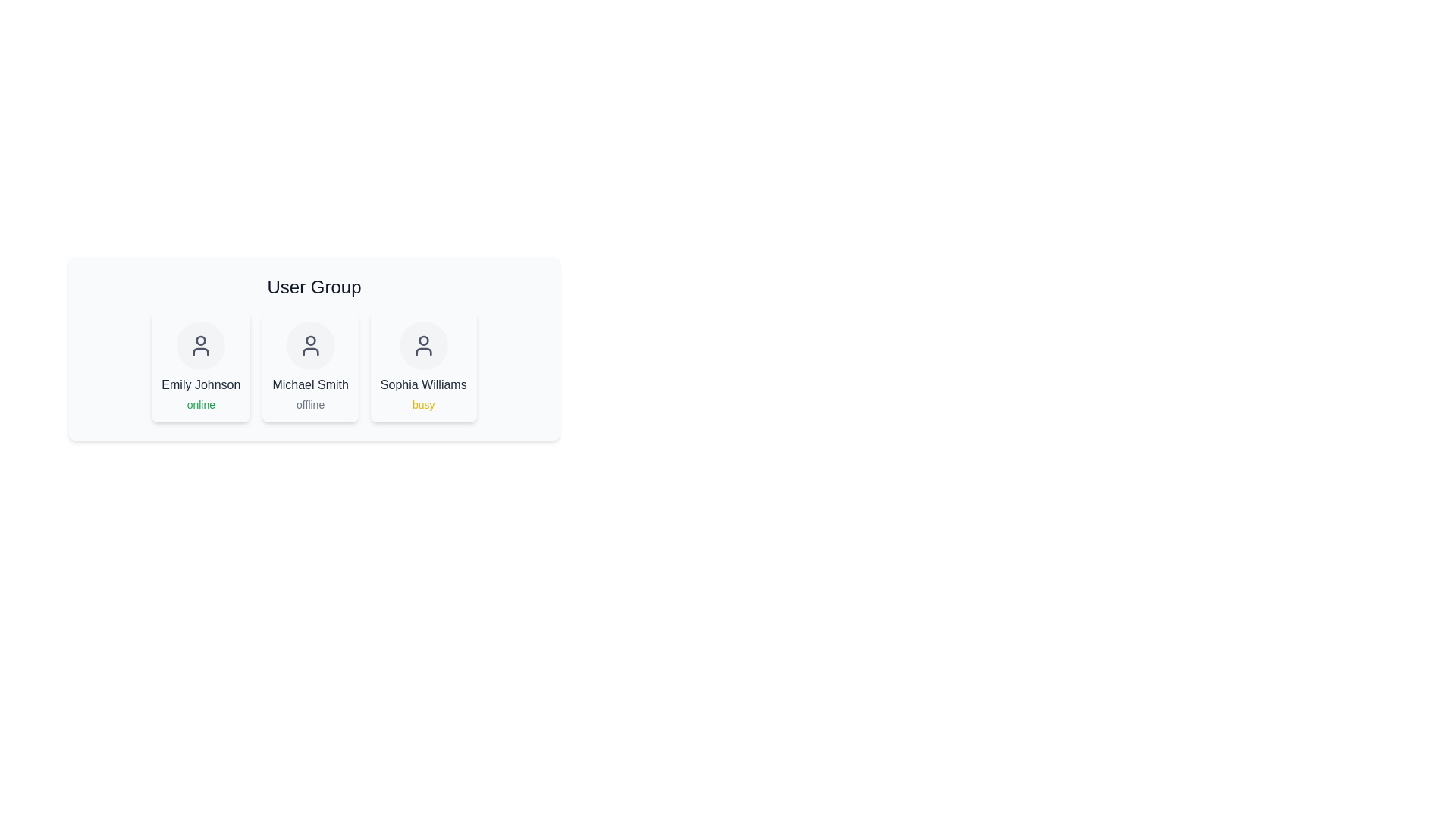 The height and width of the screenshot is (819, 1456). I want to click on the Text label displaying the user name 'Michael Smith', which is located below the user icon in the middle user card and above the 'offline' status text, so click(309, 384).